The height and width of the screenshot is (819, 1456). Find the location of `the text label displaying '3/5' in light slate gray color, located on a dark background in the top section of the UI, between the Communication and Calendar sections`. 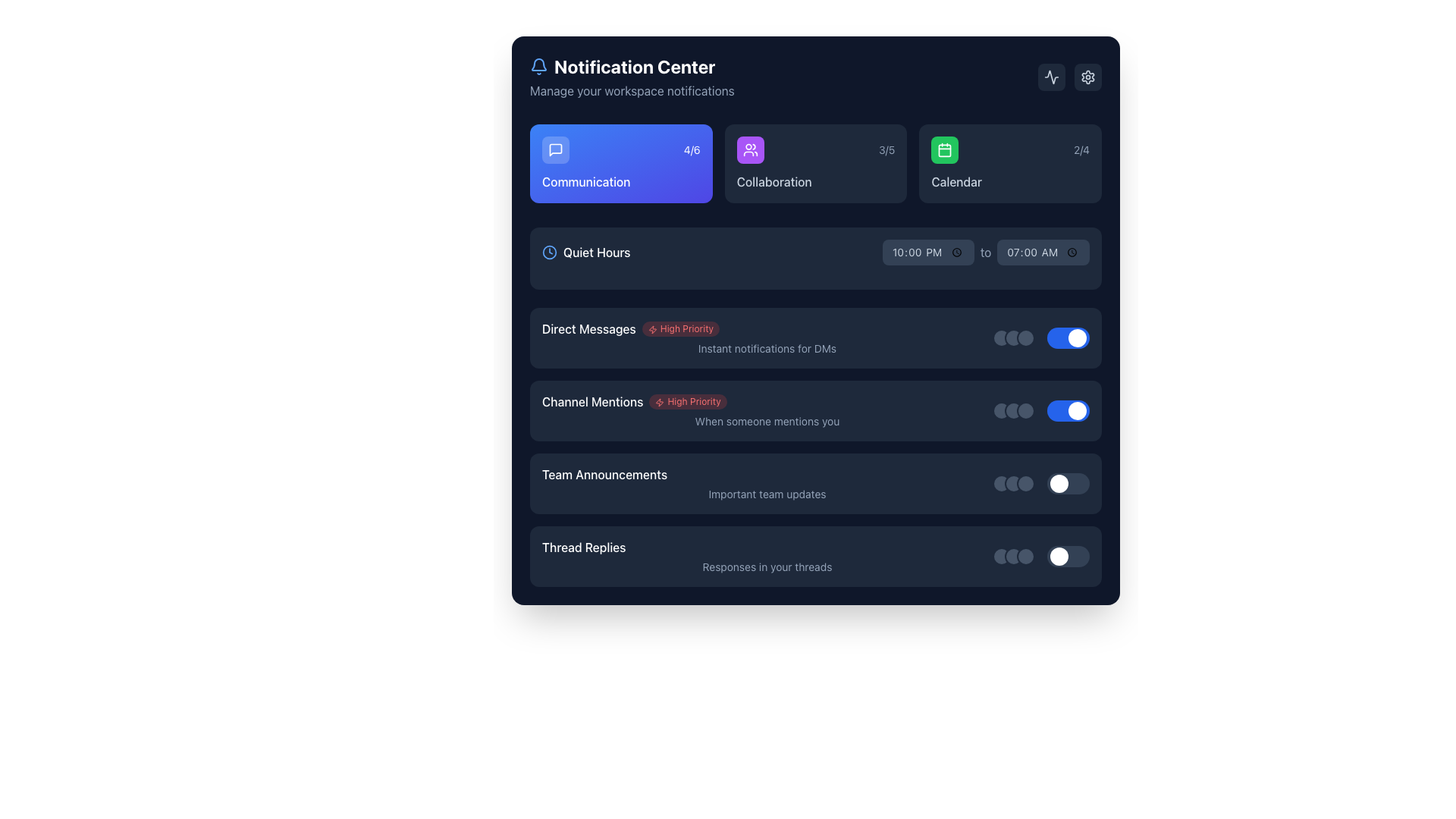

the text label displaying '3/5' in light slate gray color, located on a dark background in the top section of the UI, between the Communication and Calendar sections is located at coordinates (886, 149).